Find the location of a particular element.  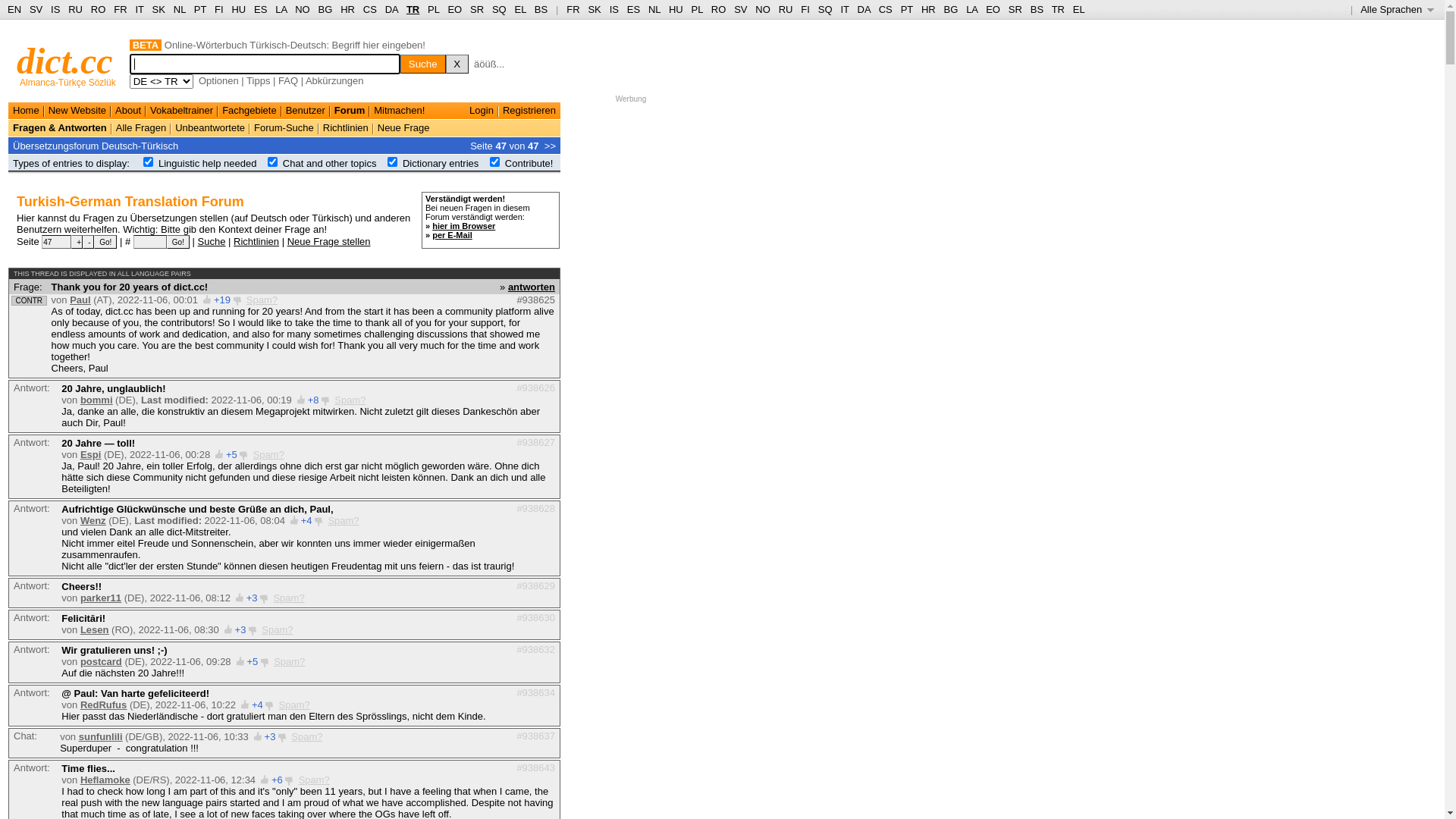

'FR' is located at coordinates (112, 9).